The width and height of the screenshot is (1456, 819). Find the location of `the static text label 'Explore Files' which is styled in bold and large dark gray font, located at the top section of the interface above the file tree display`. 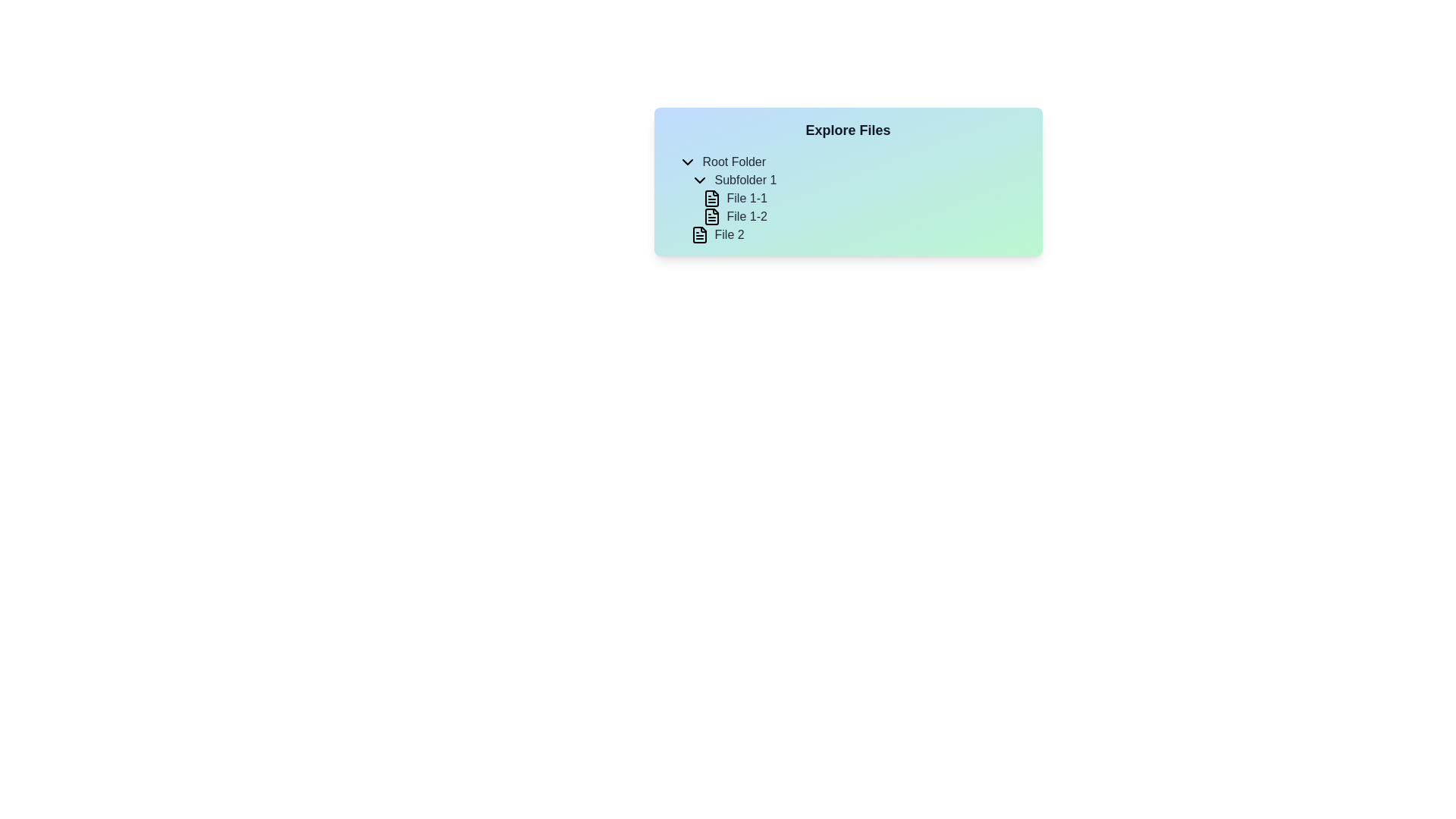

the static text label 'Explore Files' which is styled in bold and large dark gray font, located at the top section of the interface above the file tree display is located at coordinates (847, 130).